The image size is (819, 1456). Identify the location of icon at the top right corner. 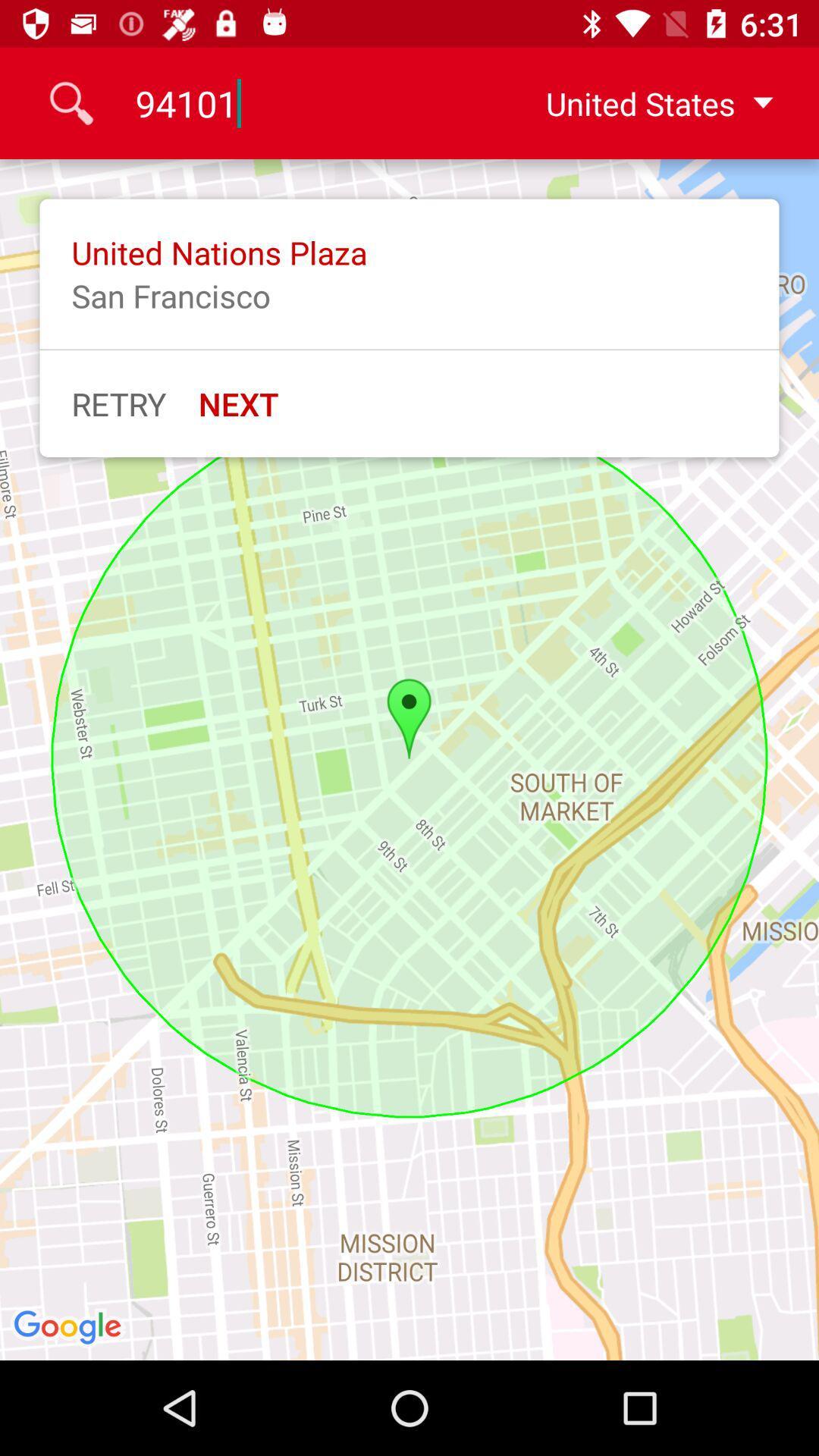
(647, 102).